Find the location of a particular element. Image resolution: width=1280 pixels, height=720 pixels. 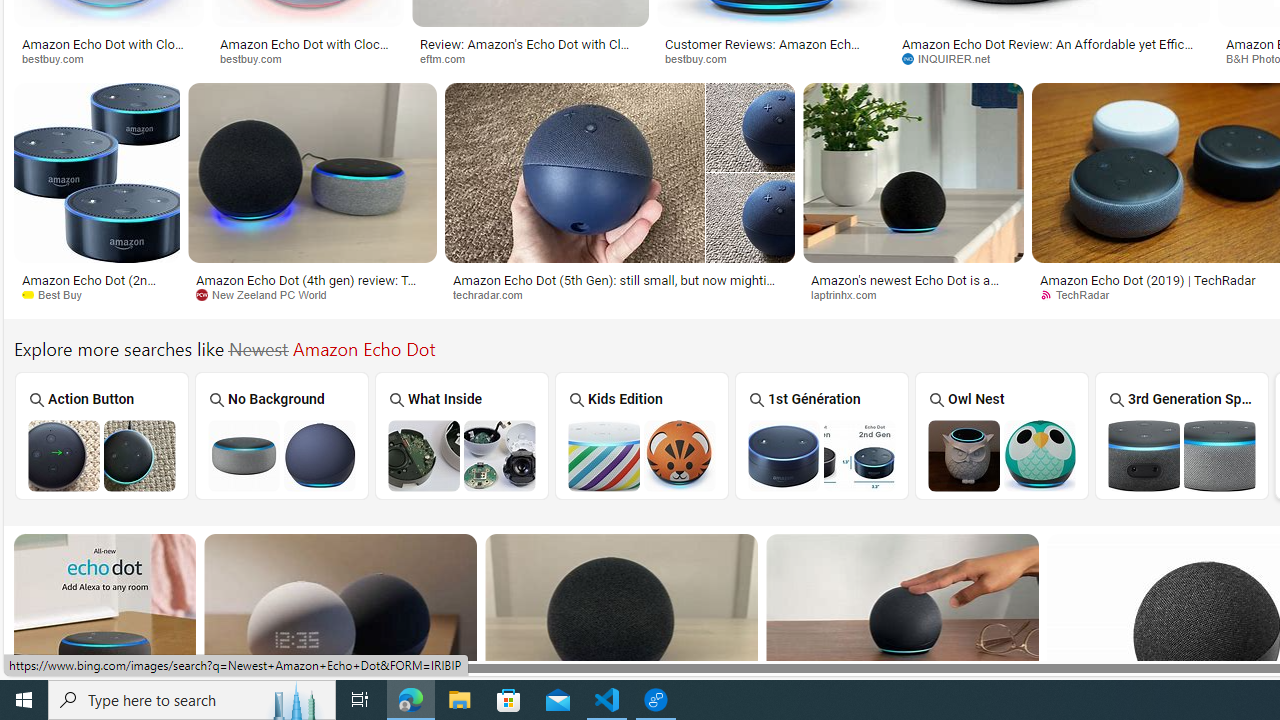

'TechRadar' is located at coordinates (1080, 294).